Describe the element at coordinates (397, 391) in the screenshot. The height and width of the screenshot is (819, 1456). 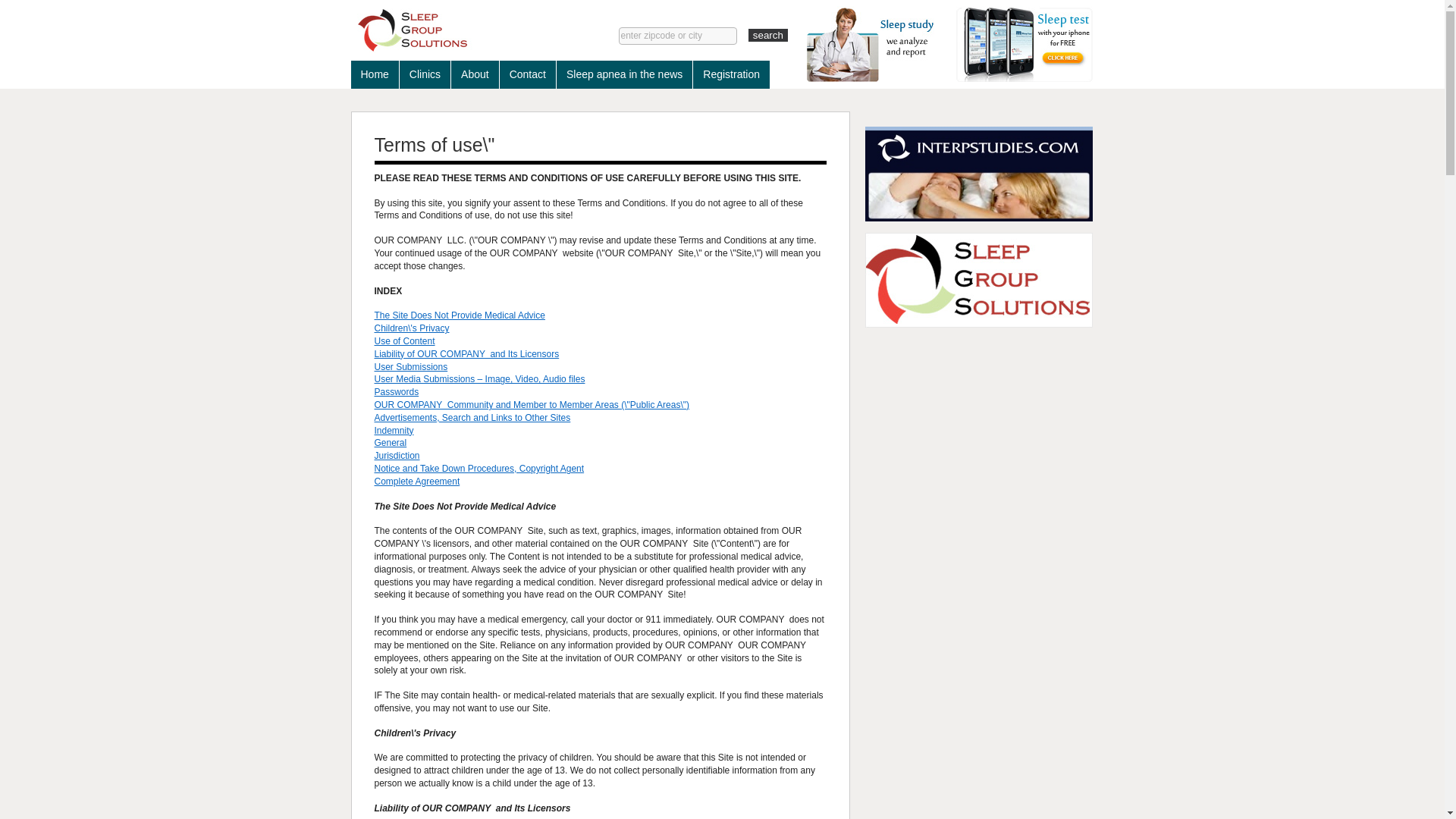
I see `'Passwords'` at that location.